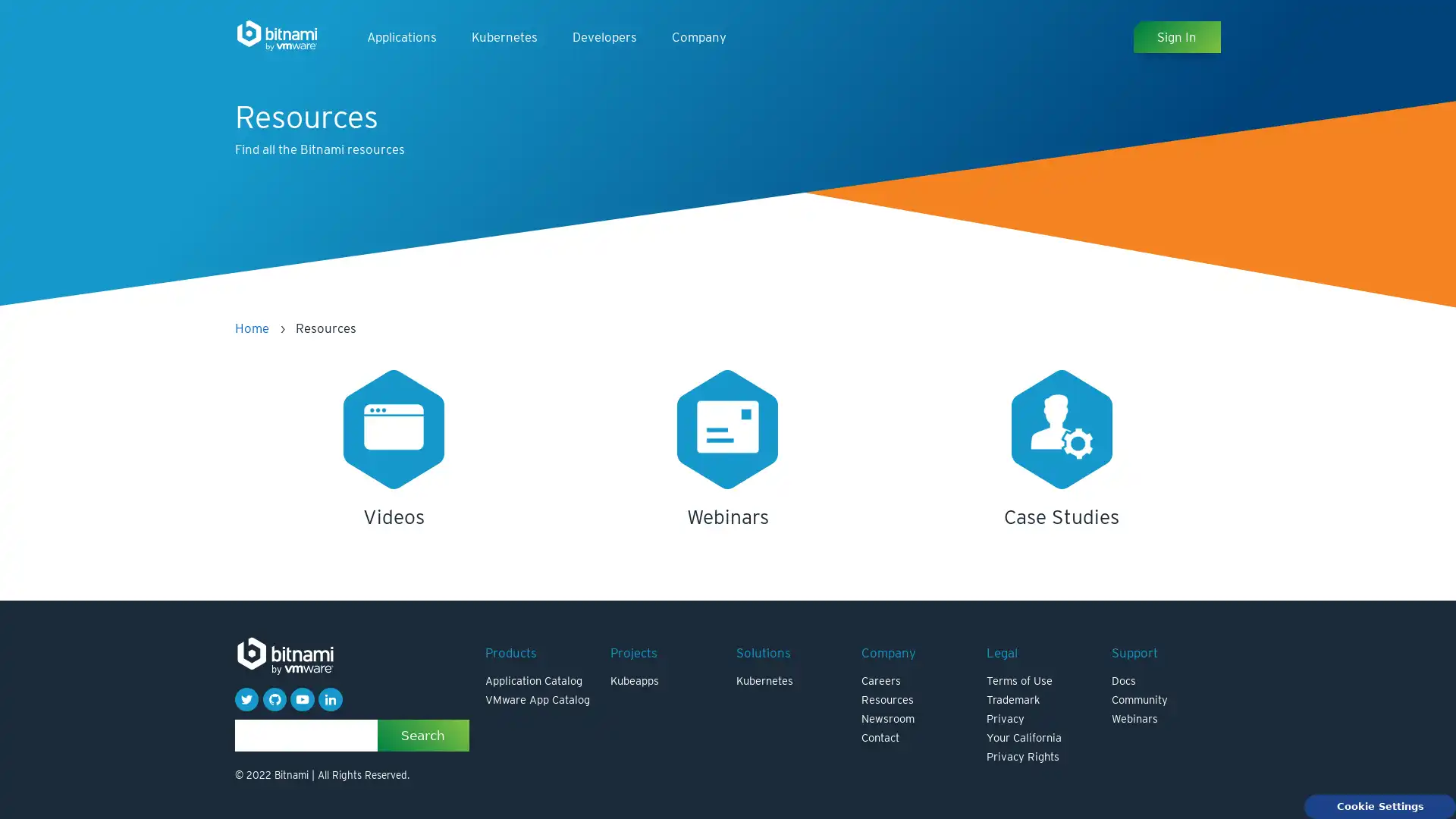 This screenshot has width=1456, height=819. What do you see at coordinates (423, 733) in the screenshot?
I see `Search` at bounding box center [423, 733].